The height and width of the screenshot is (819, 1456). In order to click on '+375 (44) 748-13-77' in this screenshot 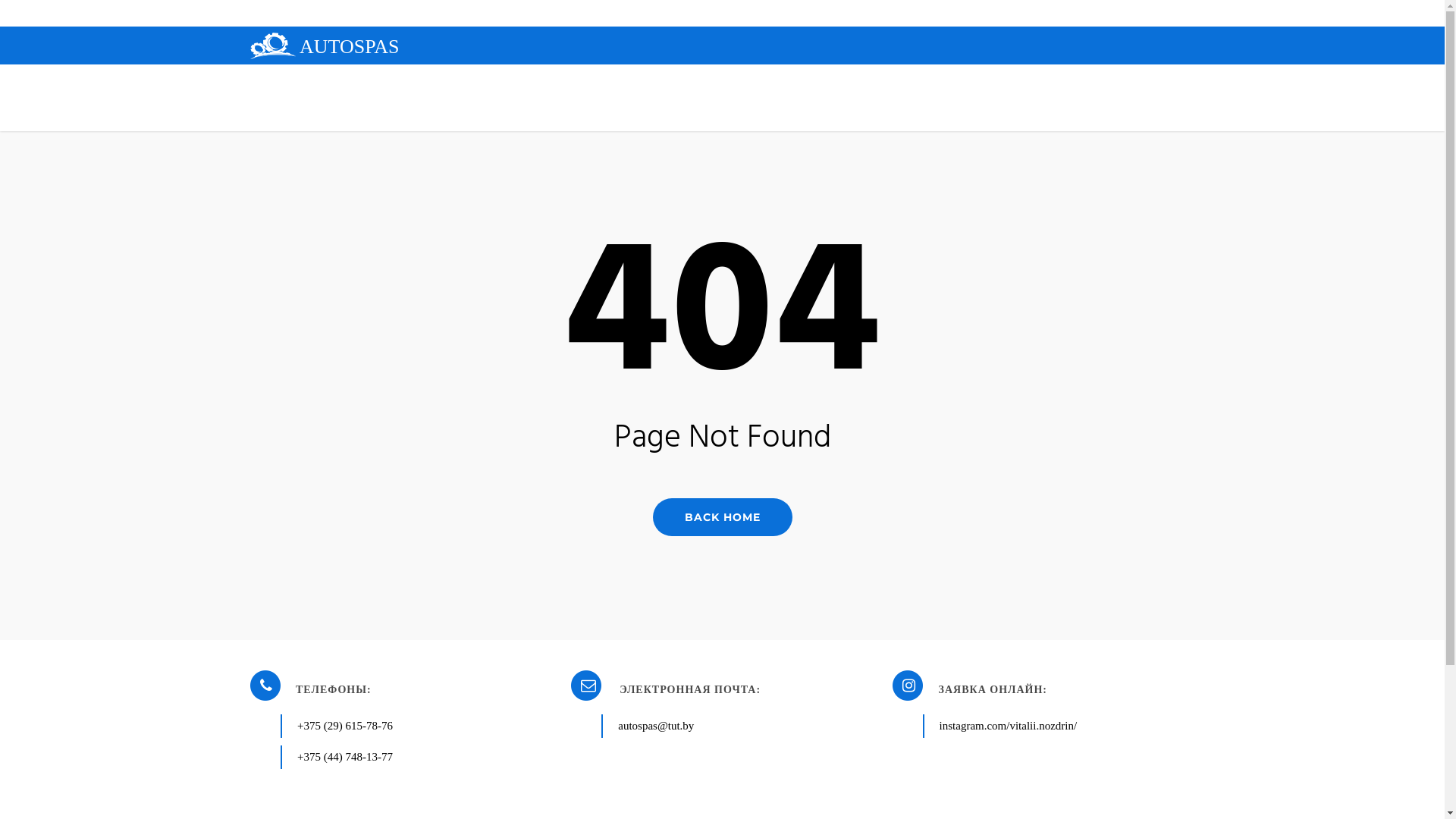, I will do `click(344, 757)`.